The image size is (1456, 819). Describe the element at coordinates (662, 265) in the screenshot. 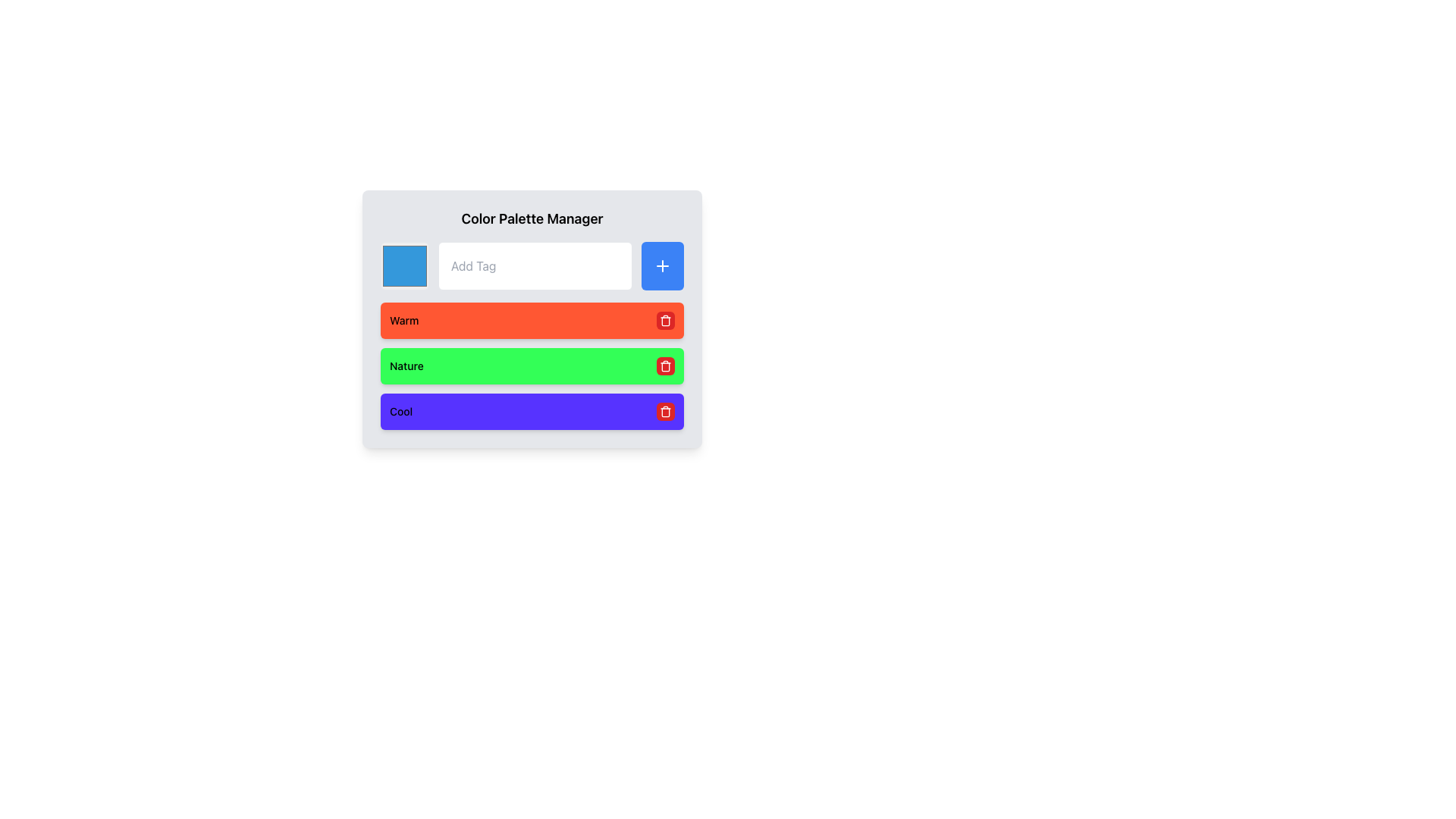

I see `the add button located at the rightmost side of the input field and color picker, identified by its plus icon` at that location.